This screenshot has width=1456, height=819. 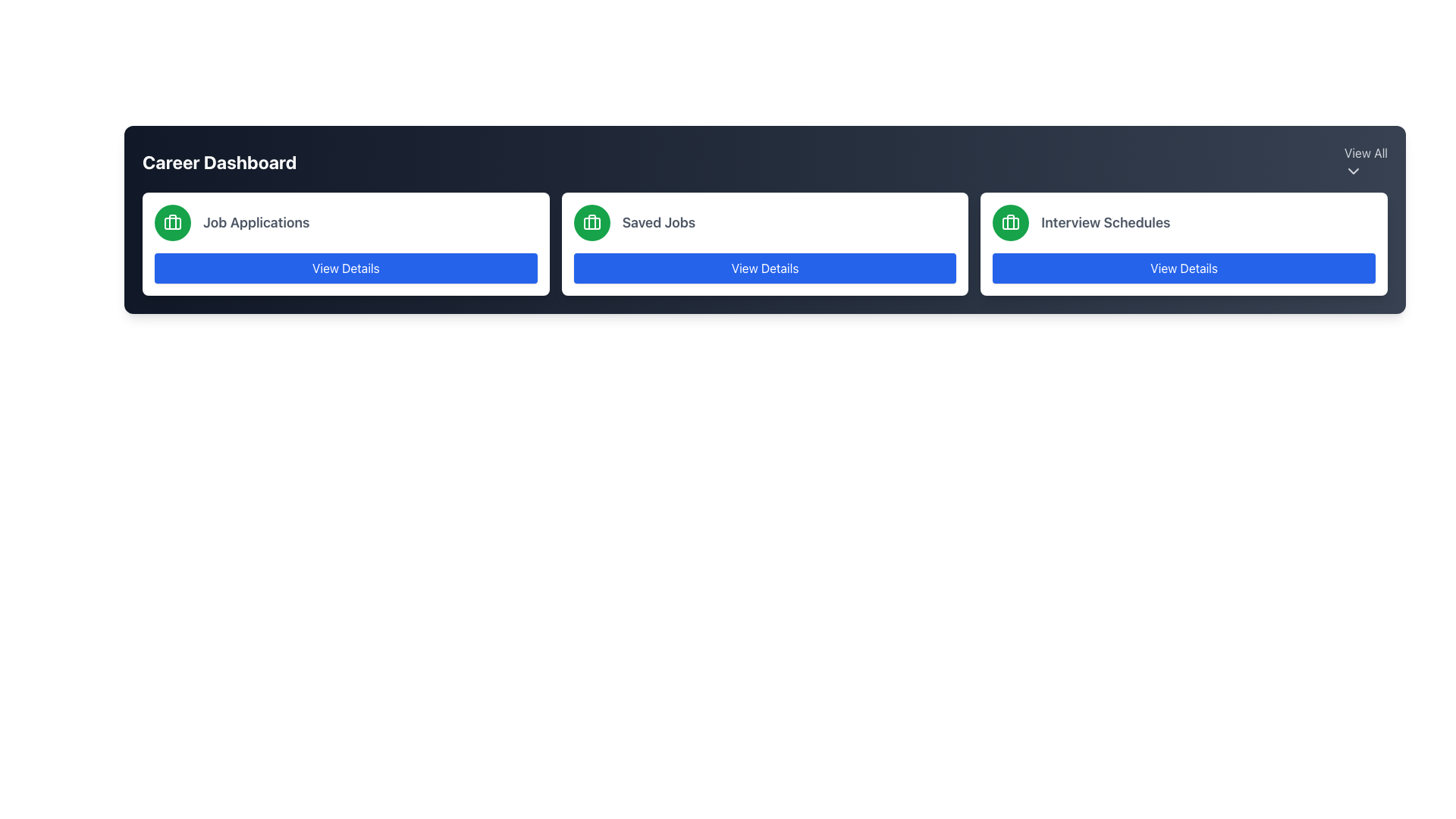 I want to click on the 'View All' button, which is styled in light gray on a dark blue background and features a downward-pointing chevron icon, so click(x=1366, y=162).